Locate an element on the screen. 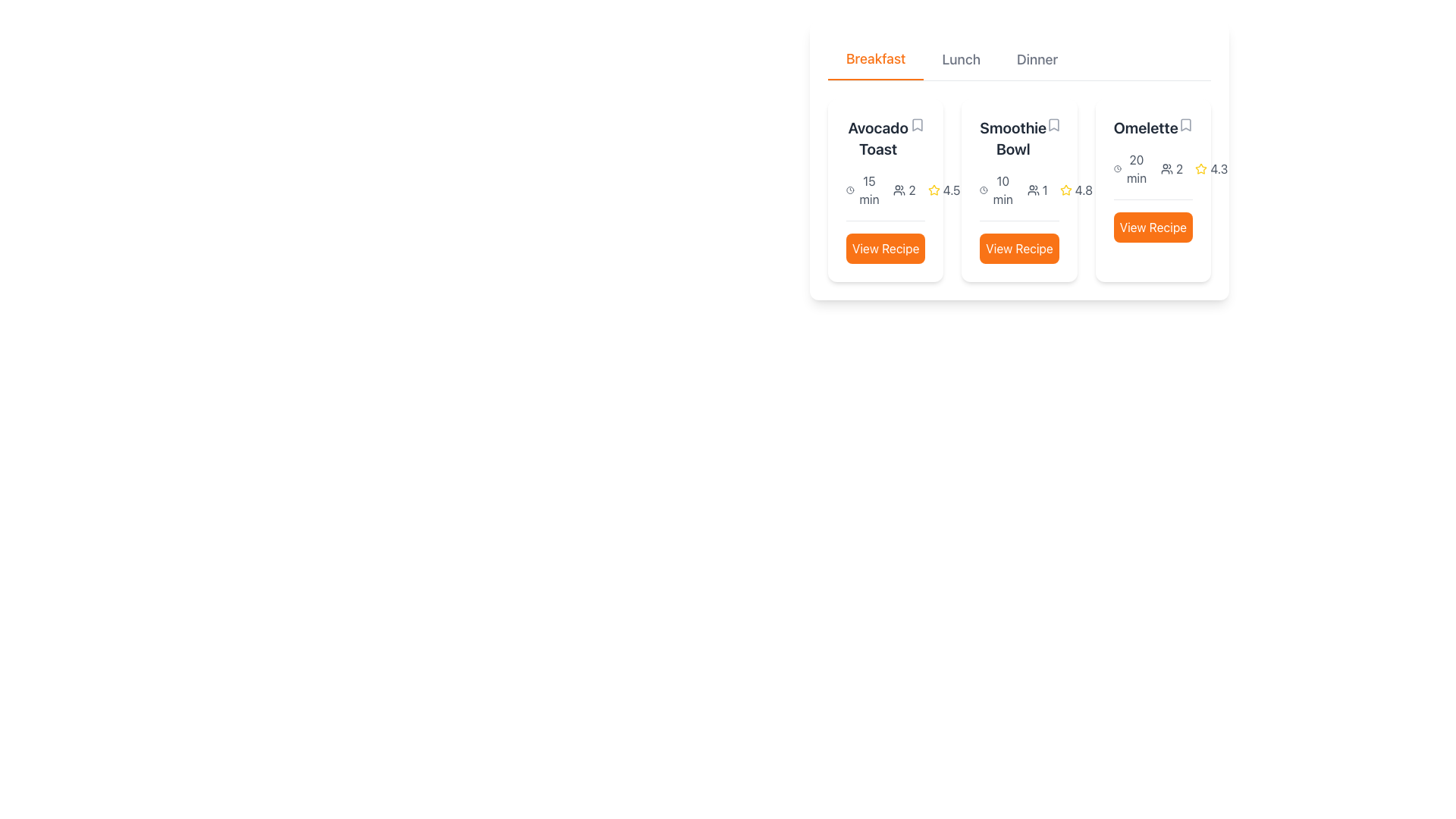  the outer circle of the clock icon representing time for the 'Omelette' recipe in the breakfast section is located at coordinates (1117, 169).